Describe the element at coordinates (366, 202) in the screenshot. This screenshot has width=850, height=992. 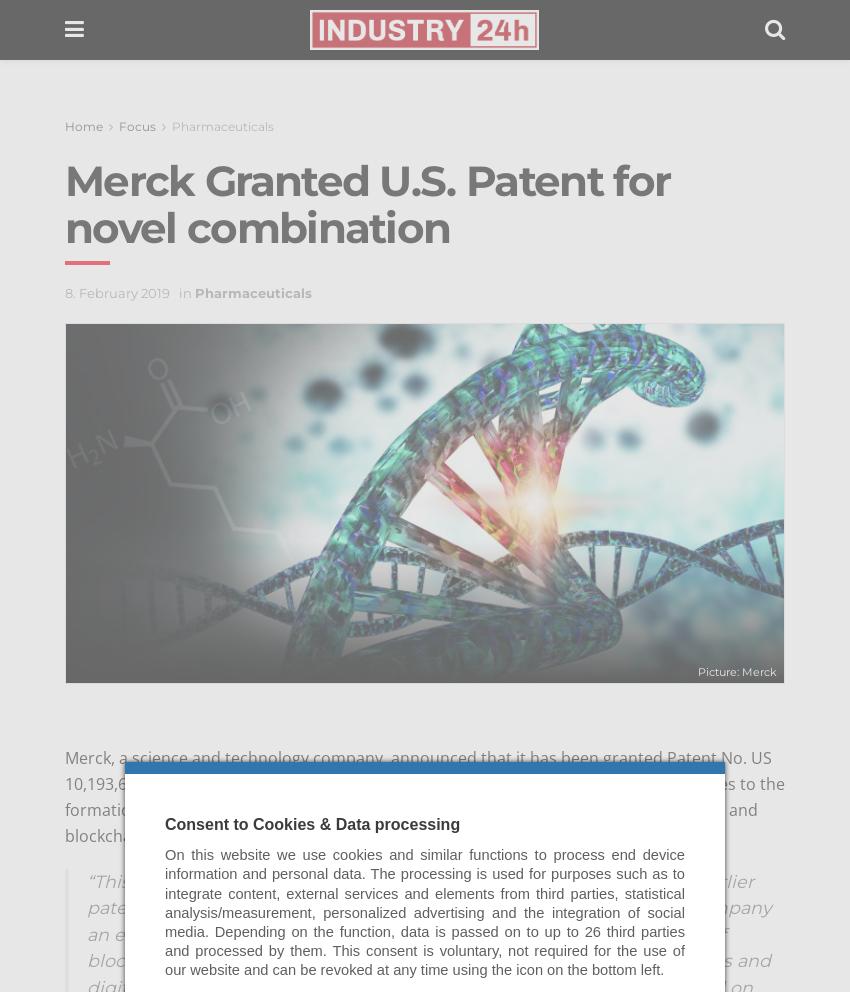
I see `'Merck Granted U.S. Patent for novel combination'` at that location.